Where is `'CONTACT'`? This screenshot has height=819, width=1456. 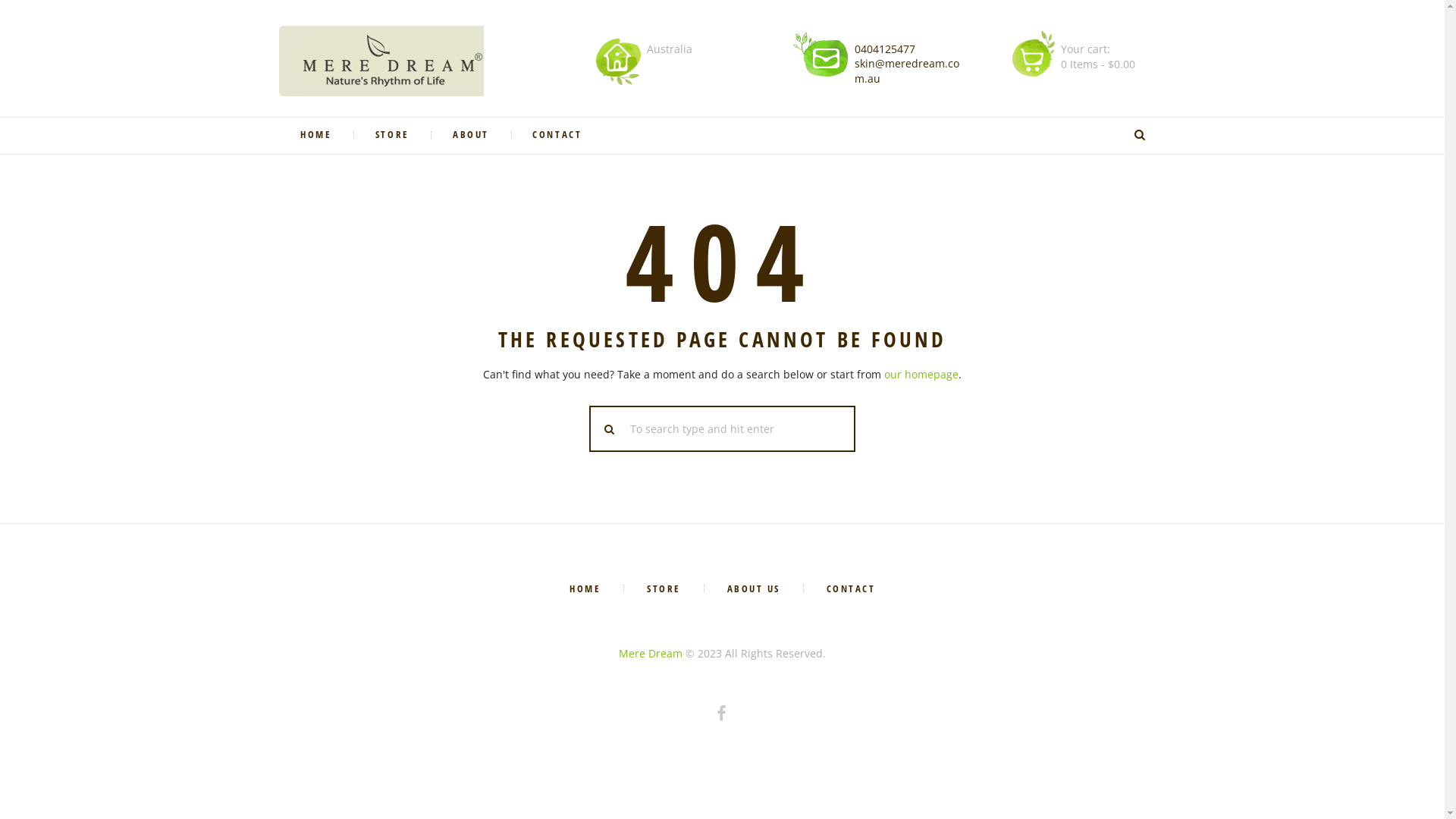
'CONTACT' is located at coordinates (556, 134).